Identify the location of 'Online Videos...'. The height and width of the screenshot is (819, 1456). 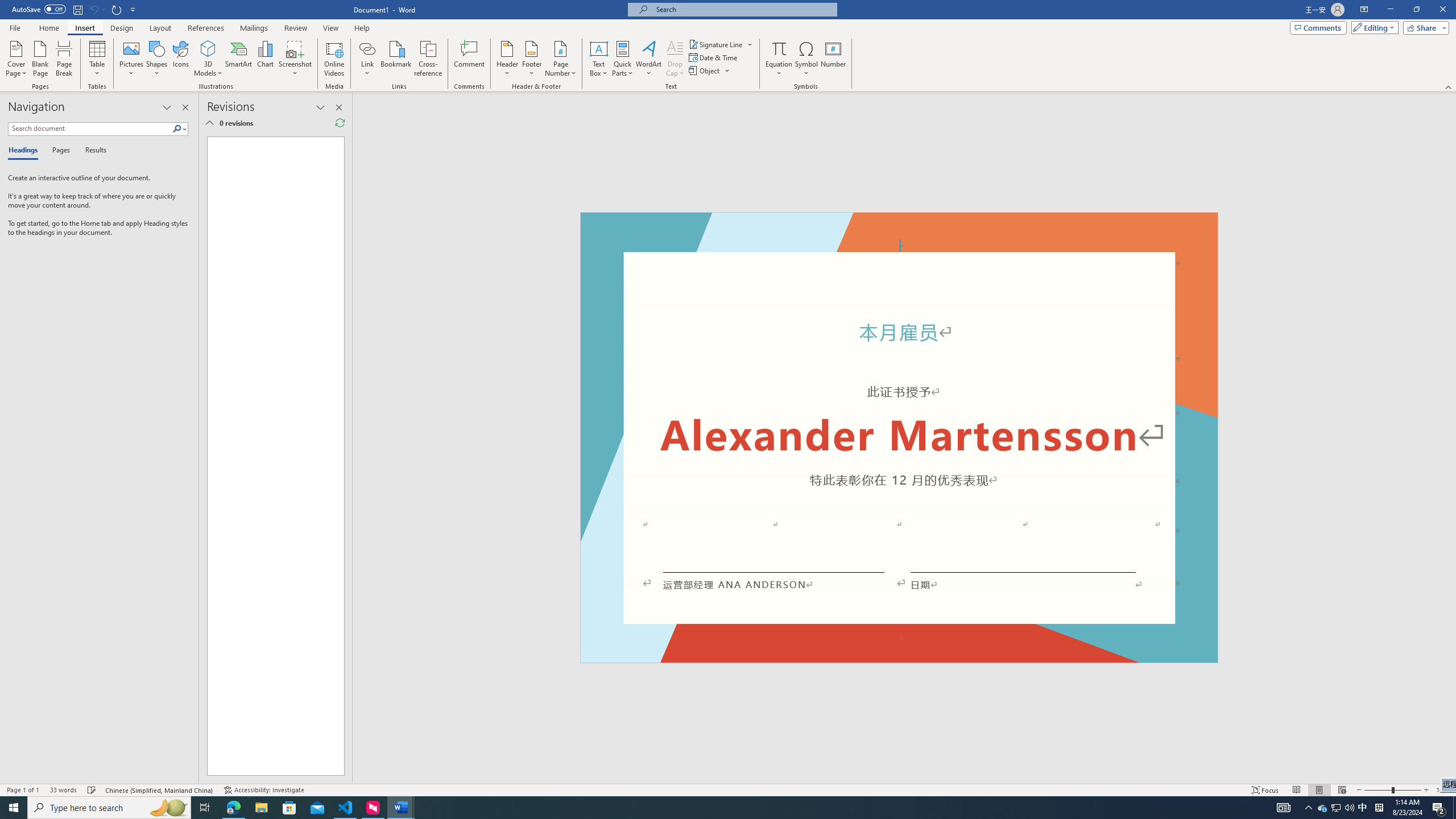
(334, 59).